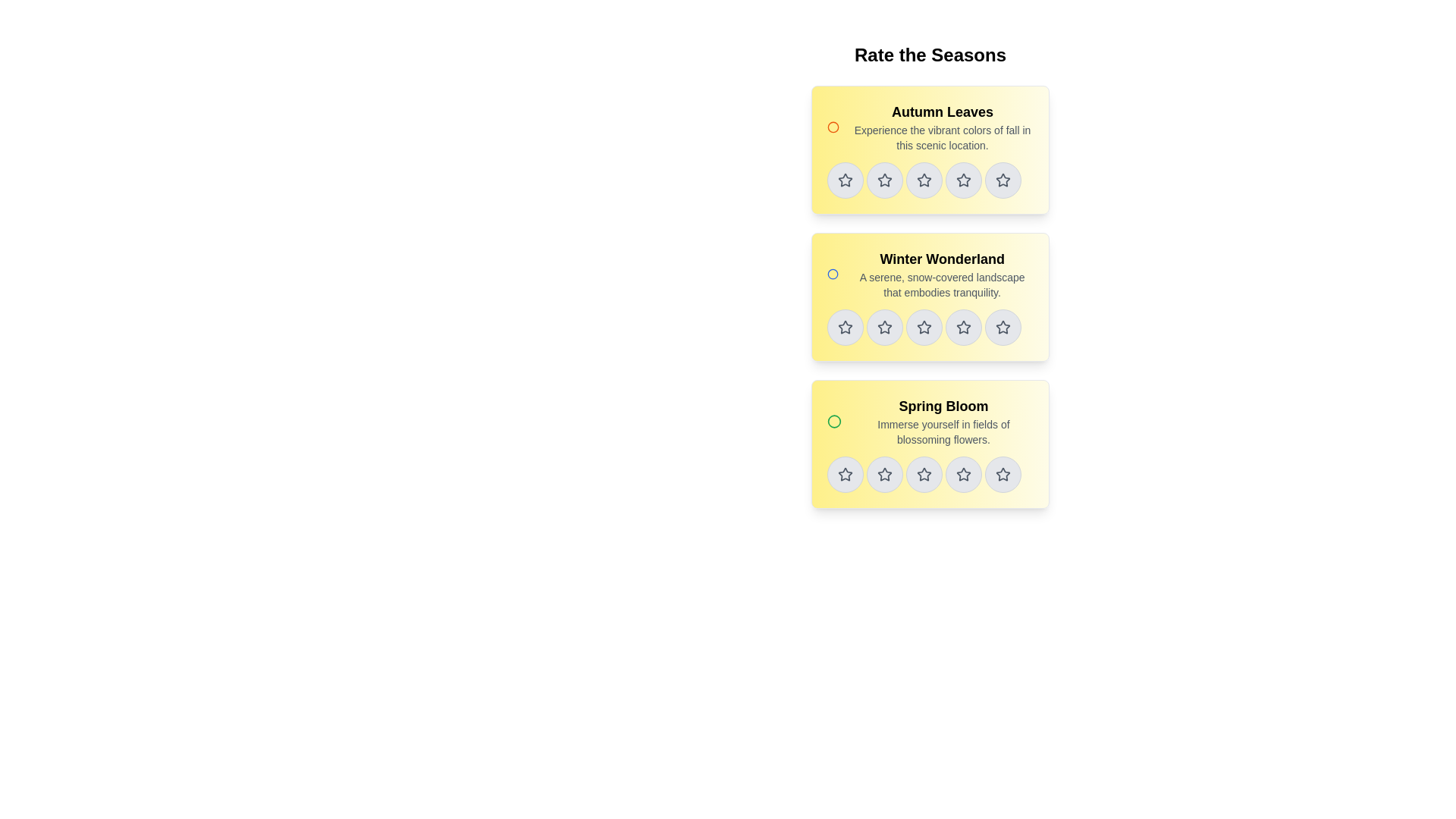  Describe the element at coordinates (930, 297) in the screenshot. I see `the seasonal theme information card, which is the second card in a vertical stack of three` at that location.